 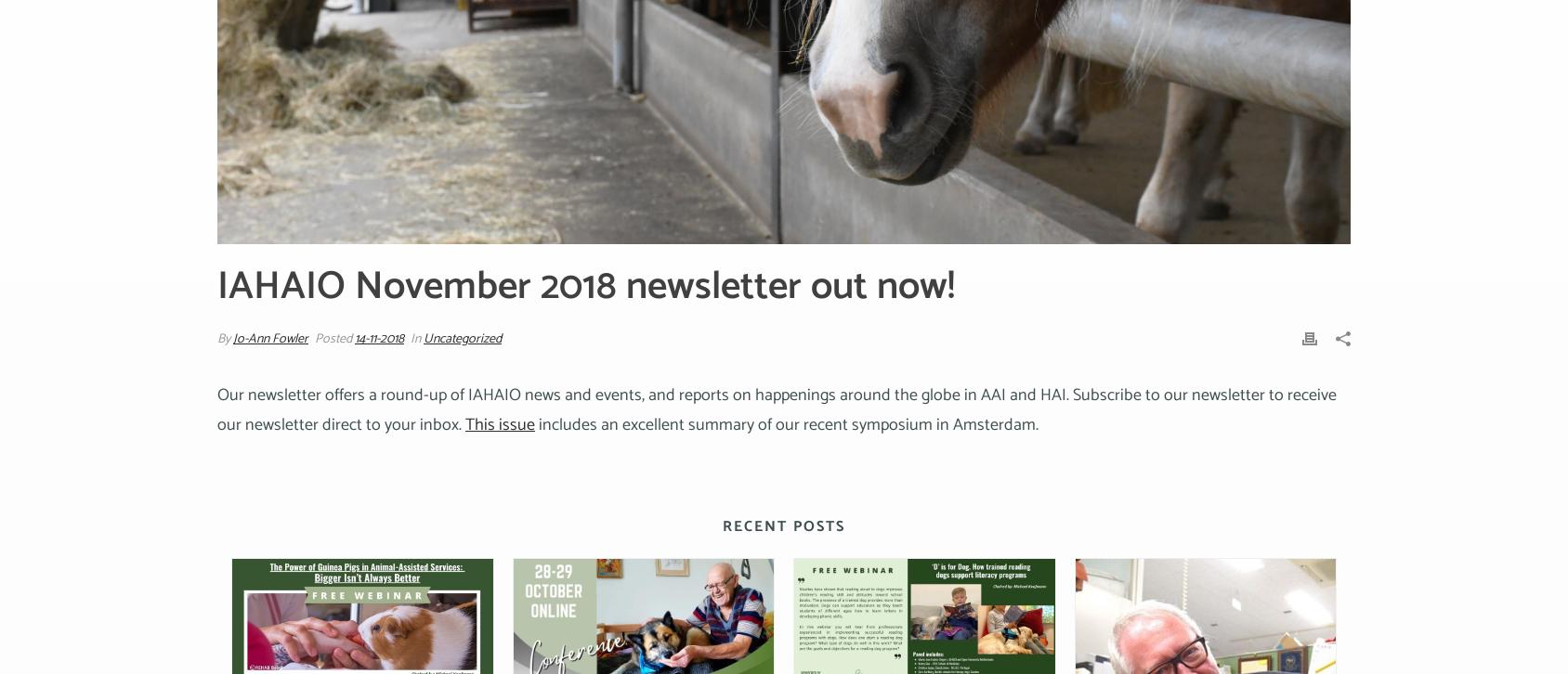 What do you see at coordinates (464, 425) in the screenshot?
I see `'This issue'` at bounding box center [464, 425].